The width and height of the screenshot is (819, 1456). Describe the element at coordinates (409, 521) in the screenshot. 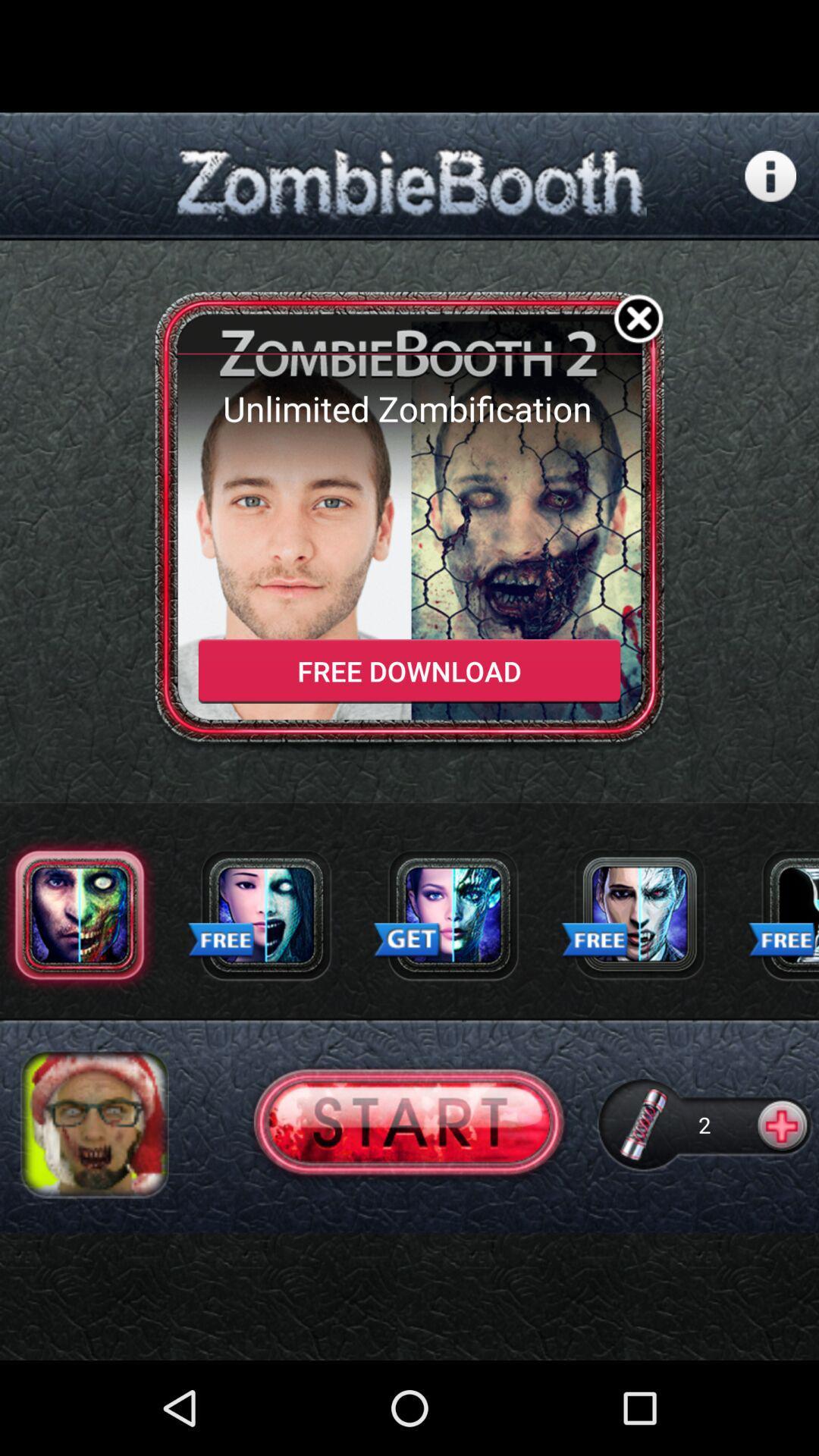

I see `the image at middle of the page` at that location.